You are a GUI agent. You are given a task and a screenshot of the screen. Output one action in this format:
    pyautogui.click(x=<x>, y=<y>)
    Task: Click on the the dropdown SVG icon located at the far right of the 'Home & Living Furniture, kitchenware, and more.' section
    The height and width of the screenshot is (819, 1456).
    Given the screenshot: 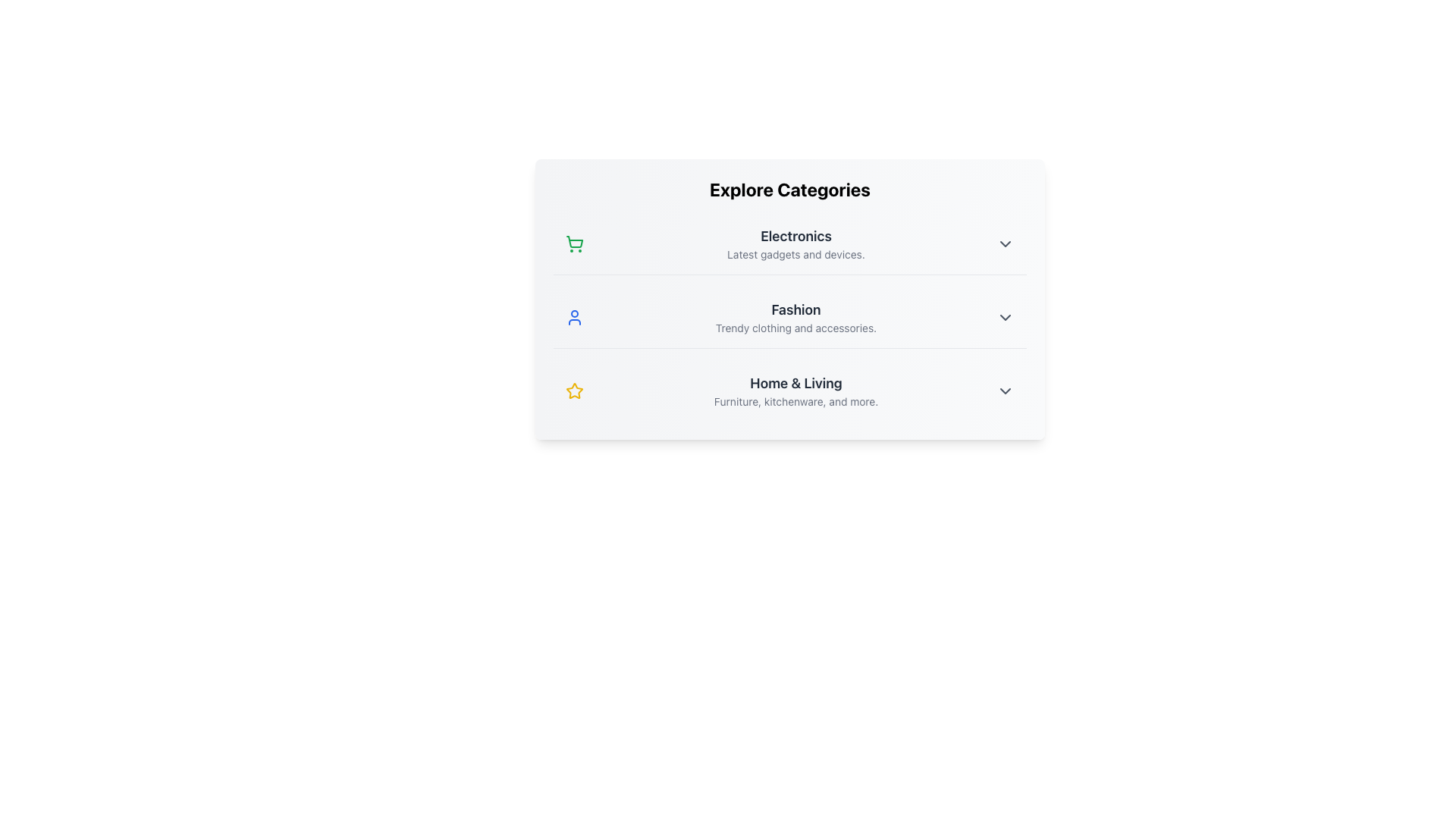 What is the action you would take?
    pyautogui.click(x=1005, y=391)
    